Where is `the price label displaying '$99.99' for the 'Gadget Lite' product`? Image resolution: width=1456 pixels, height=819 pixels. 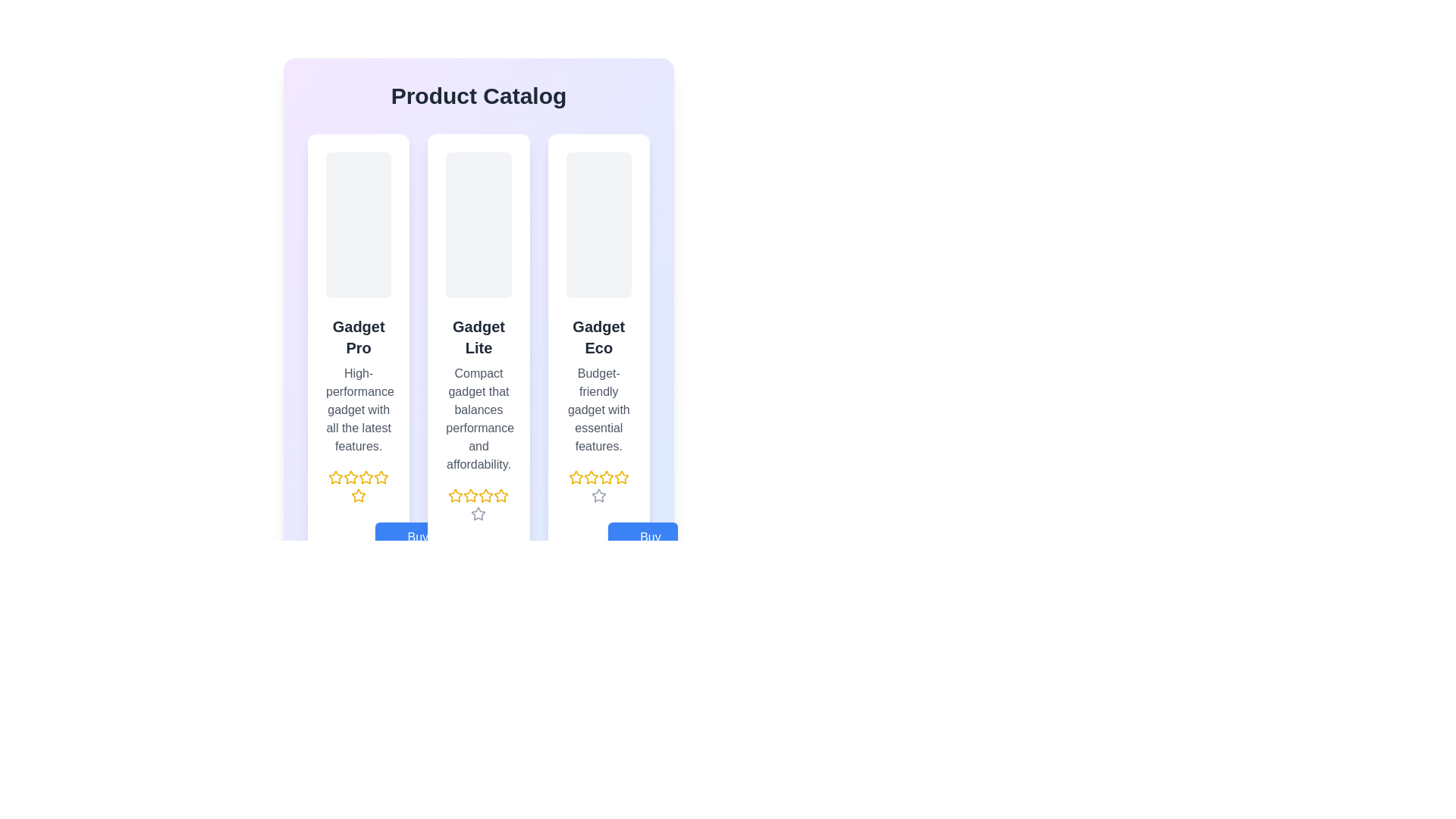
the price label displaying '$99.99' for the 'Gadget Lite' product is located at coordinates (466, 564).